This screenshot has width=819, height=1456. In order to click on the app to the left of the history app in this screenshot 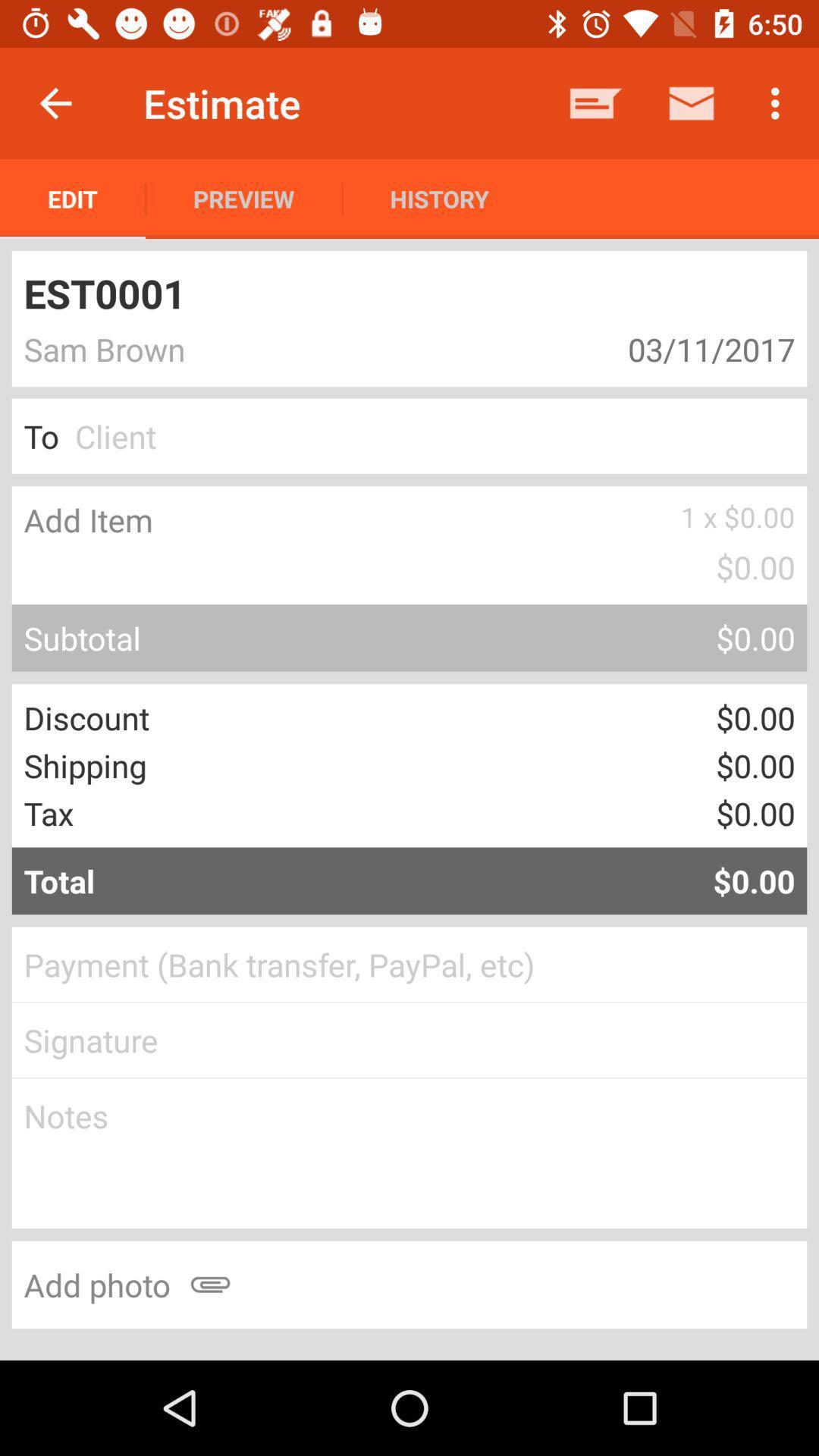, I will do `click(243, 198)`.